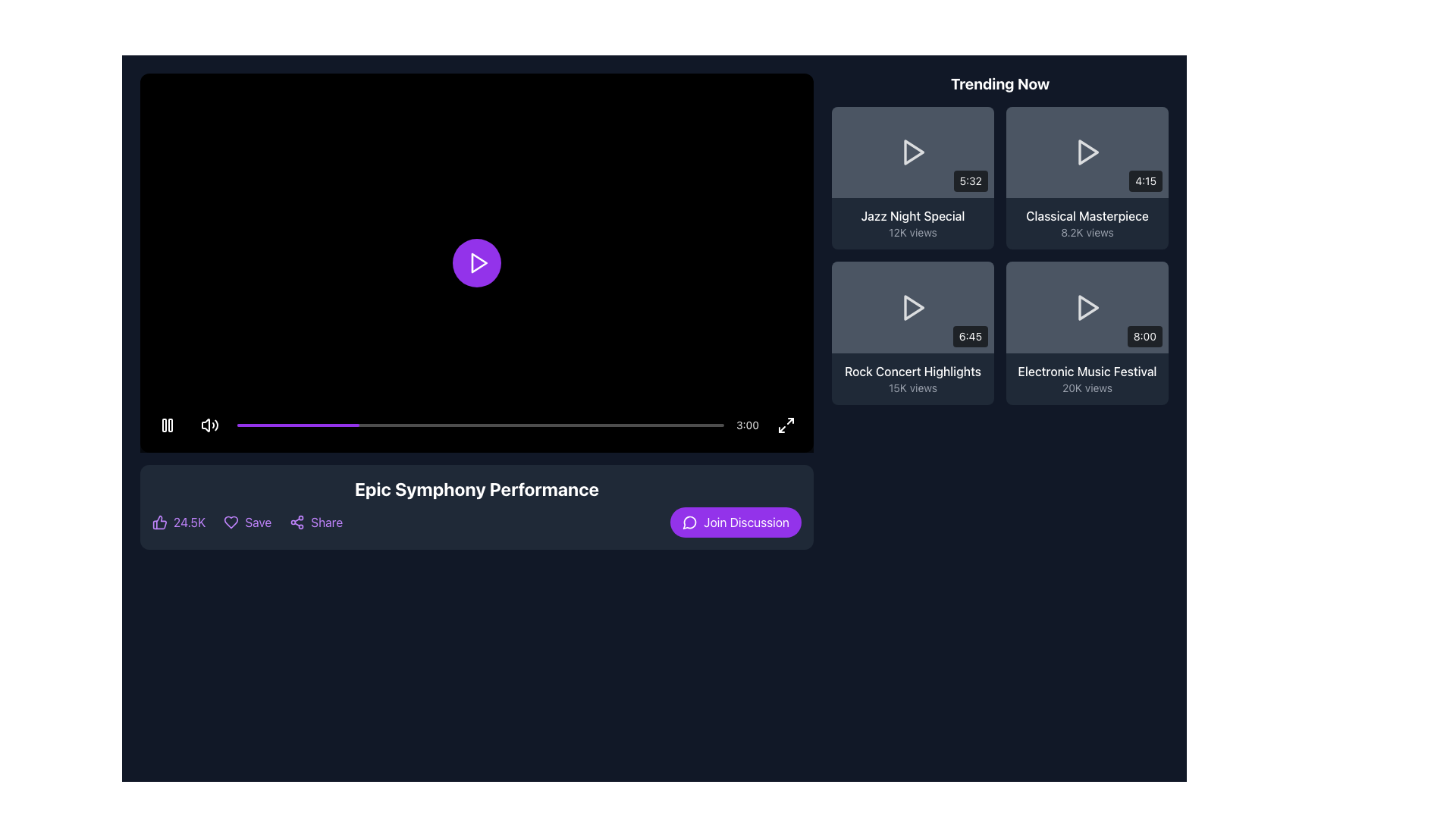 The height and width of the screenshot is (819, 1456). I want to click on the Interactive video card in the trending section, so click(1087, 152).